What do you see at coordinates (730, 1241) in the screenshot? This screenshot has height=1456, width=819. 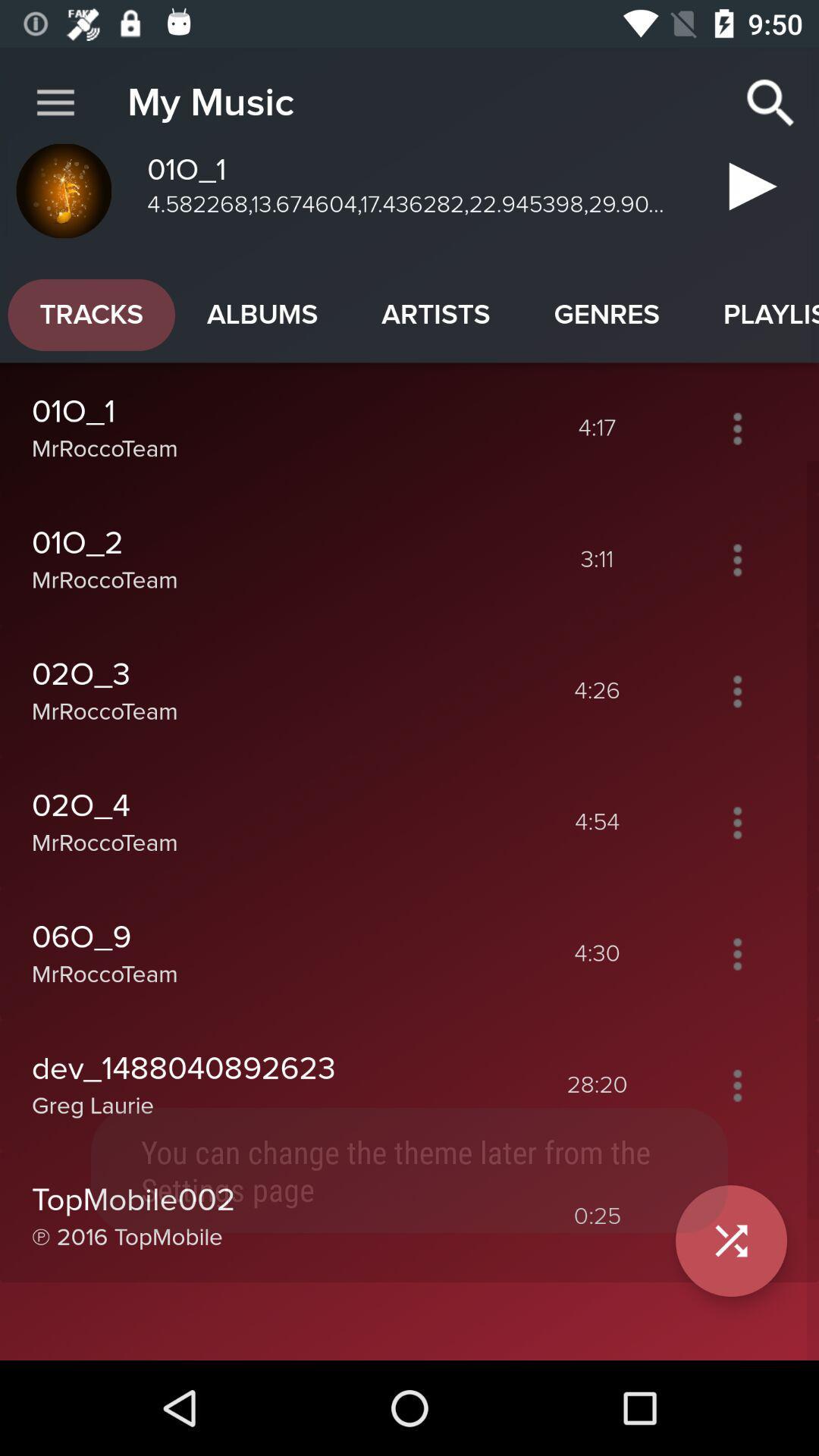 I see `the icon to the right of the 0:25 item` at bounding box center [730, 1241].